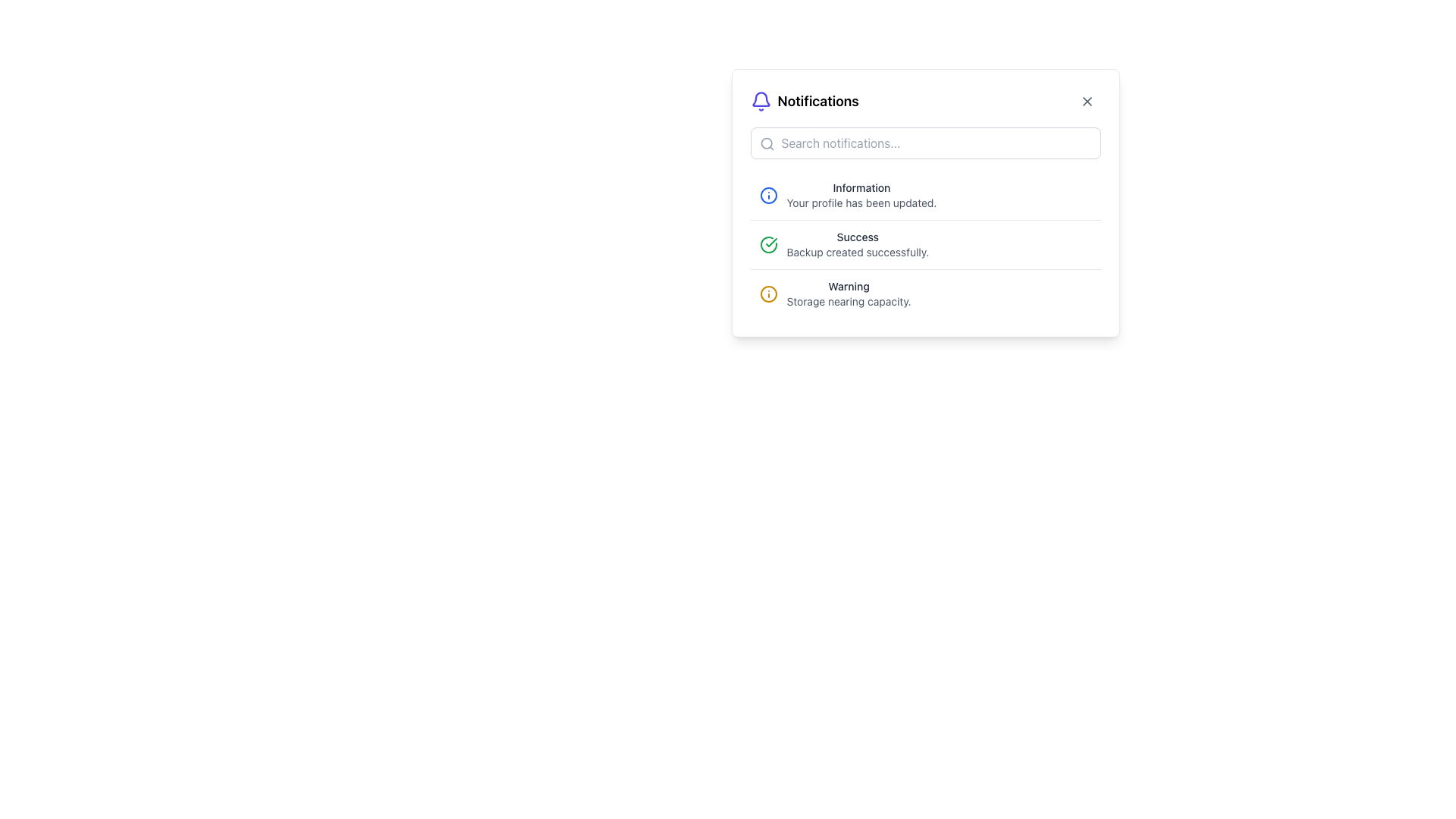 This screenshot has height=819, width=1456. Describe the element at coordinates (767, 143) in the screenshot. I see `the search icon located to the far left inside the input field of the notification panel, which serves as a visual cue for the search functionality` at that location.